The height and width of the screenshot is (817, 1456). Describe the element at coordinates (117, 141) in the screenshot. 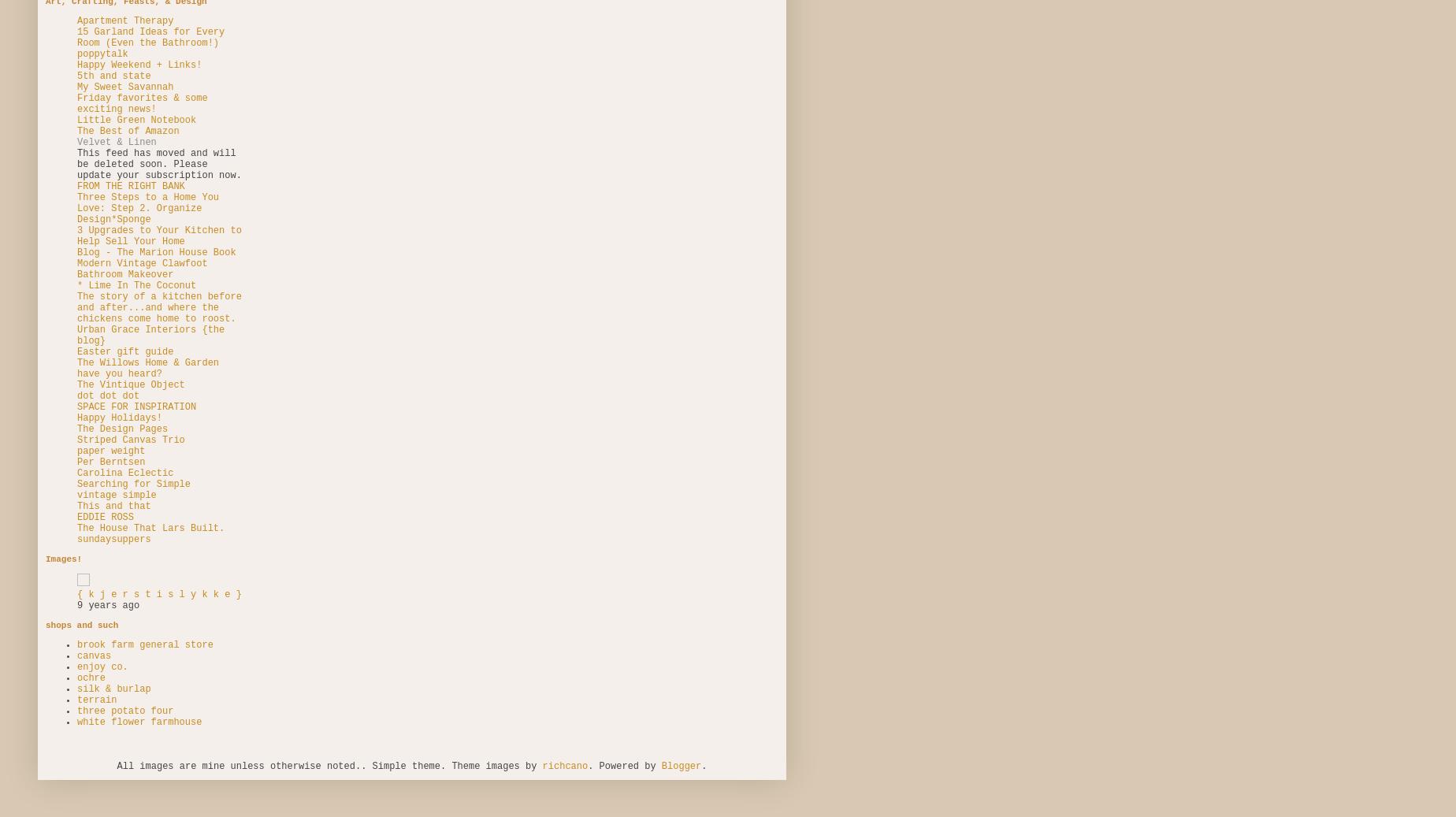

I see `'Velvet & Linen'` at that location.